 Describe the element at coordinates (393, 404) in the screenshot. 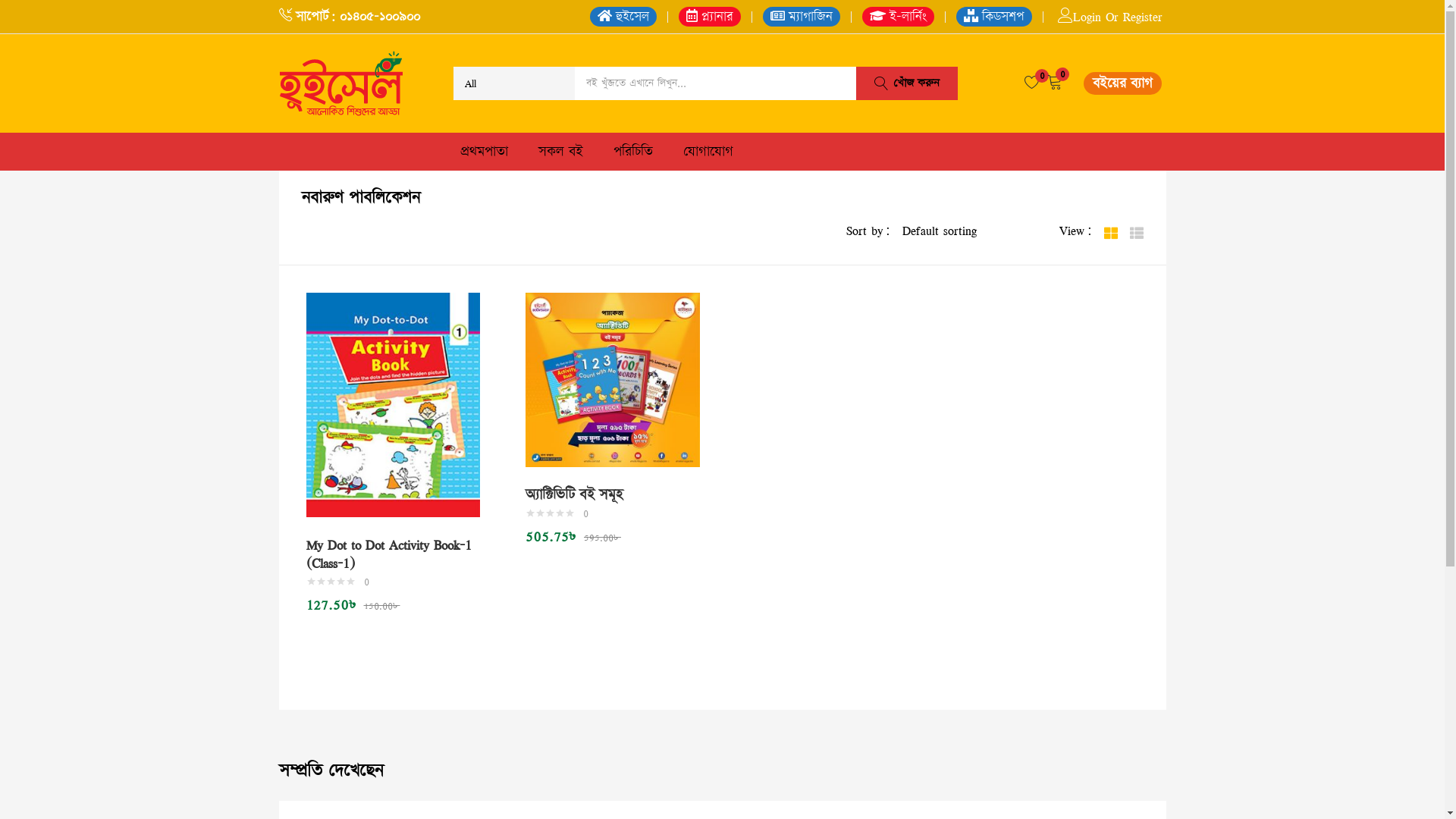

I see `'My Dot to Dot Activity Book-1 (Class-1)'` at that location.